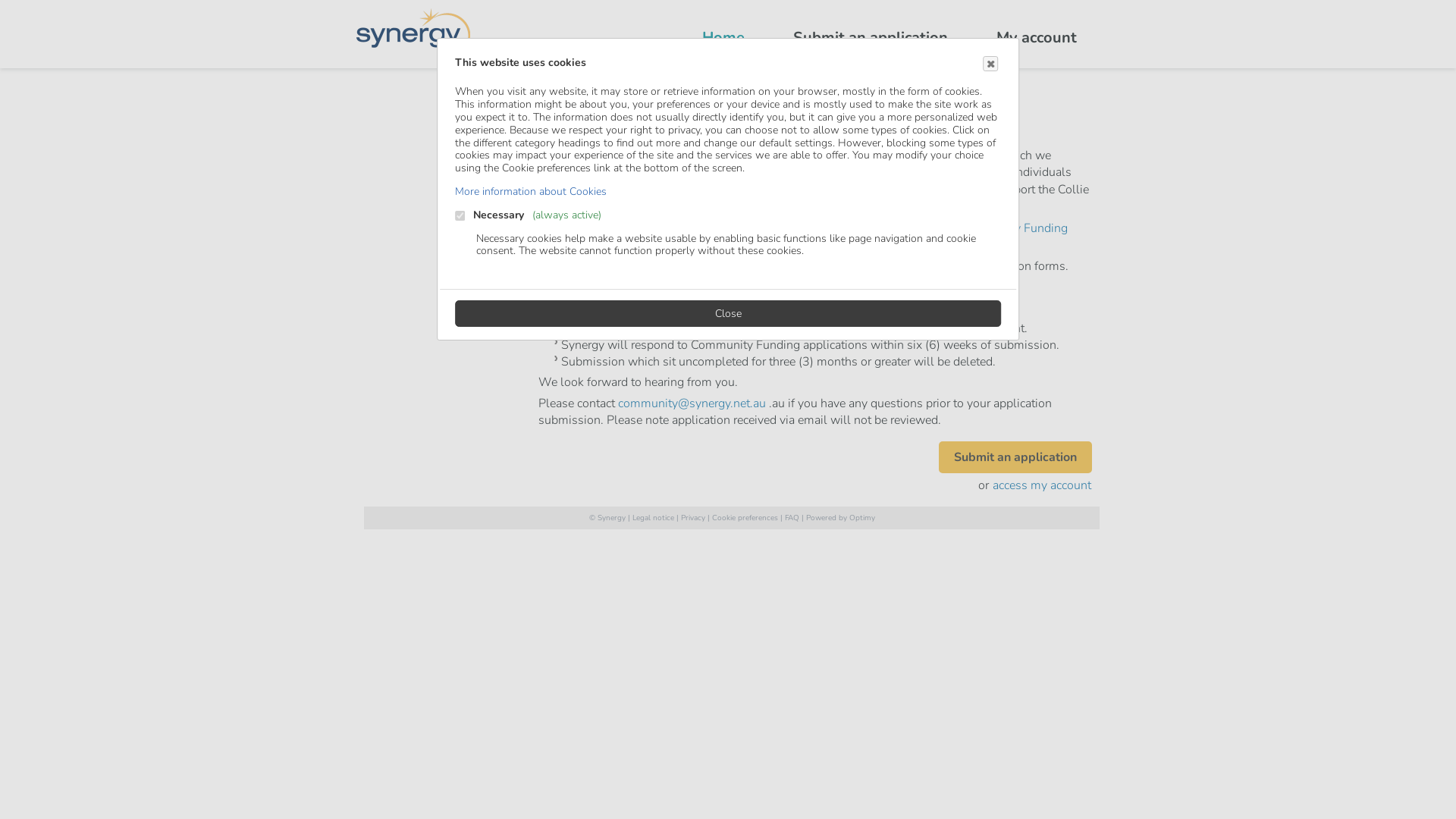 The image size is (1456, 819). Describe the element at coordinates (723, 37) in the screenshot. I see `'Home'` at that location.